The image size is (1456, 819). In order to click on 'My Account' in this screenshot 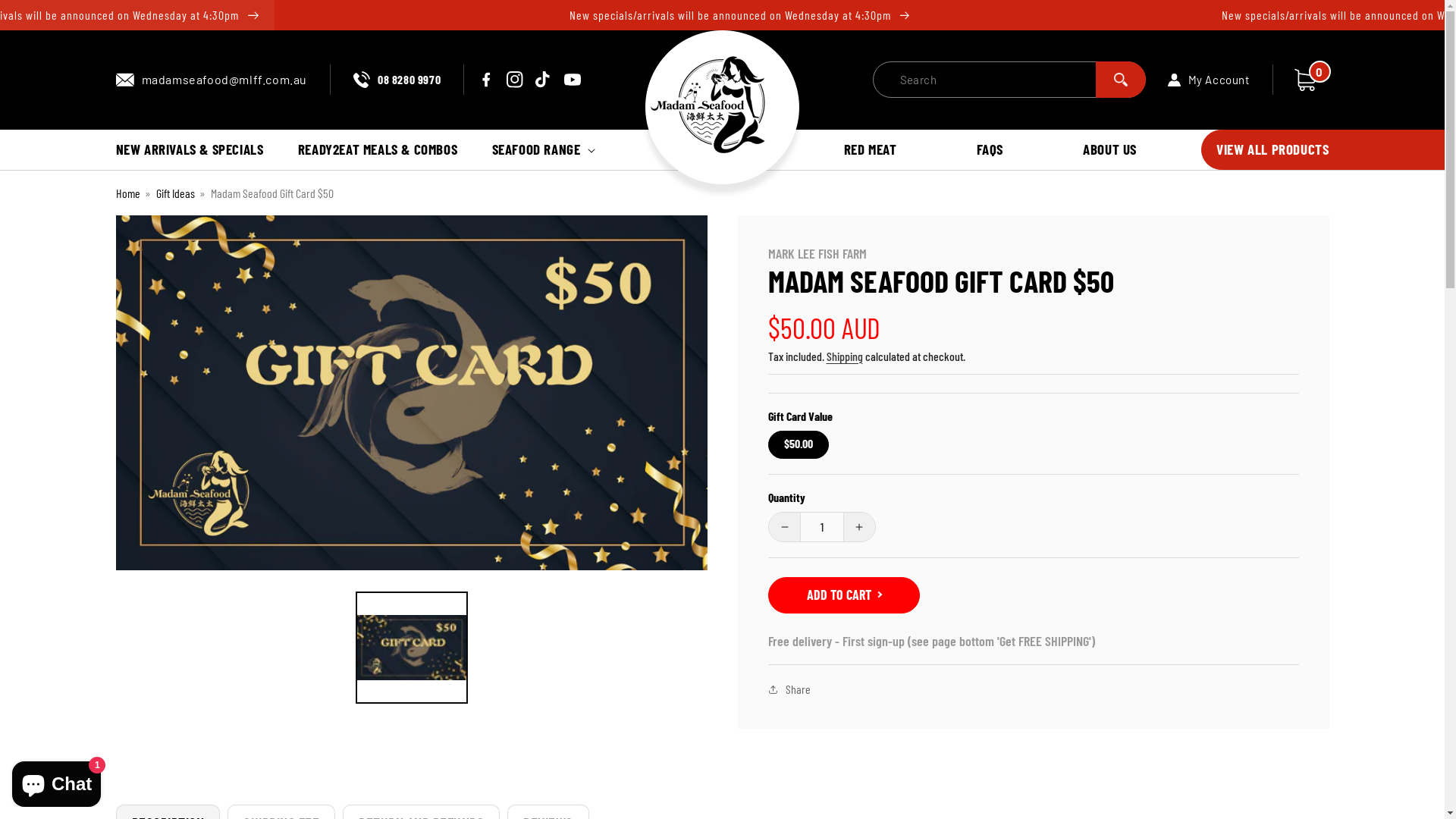, I will do `click(1167, 79)`.